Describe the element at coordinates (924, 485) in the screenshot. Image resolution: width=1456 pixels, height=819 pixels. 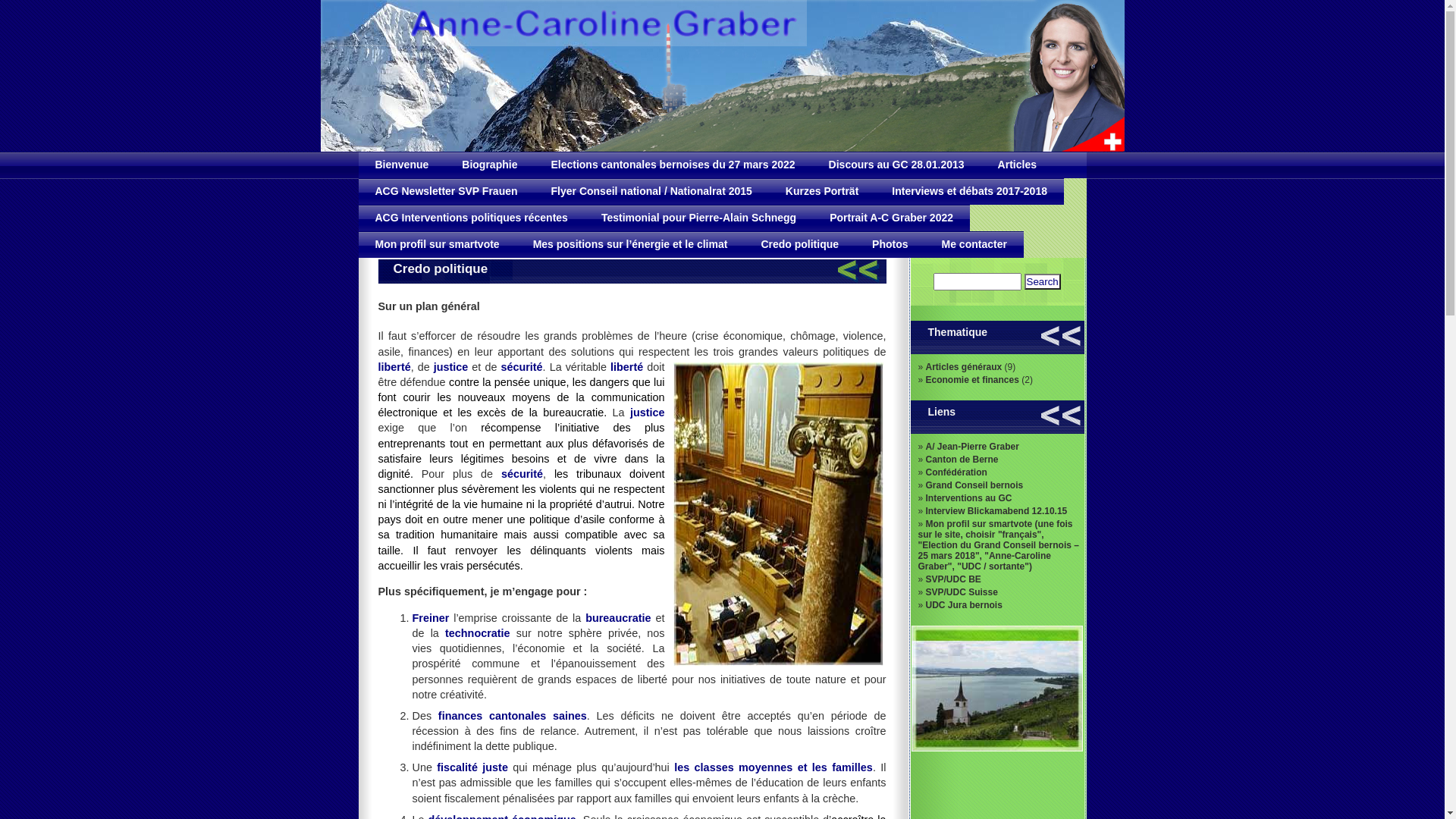
I see `'Grand Conseil bernois'` at that location.